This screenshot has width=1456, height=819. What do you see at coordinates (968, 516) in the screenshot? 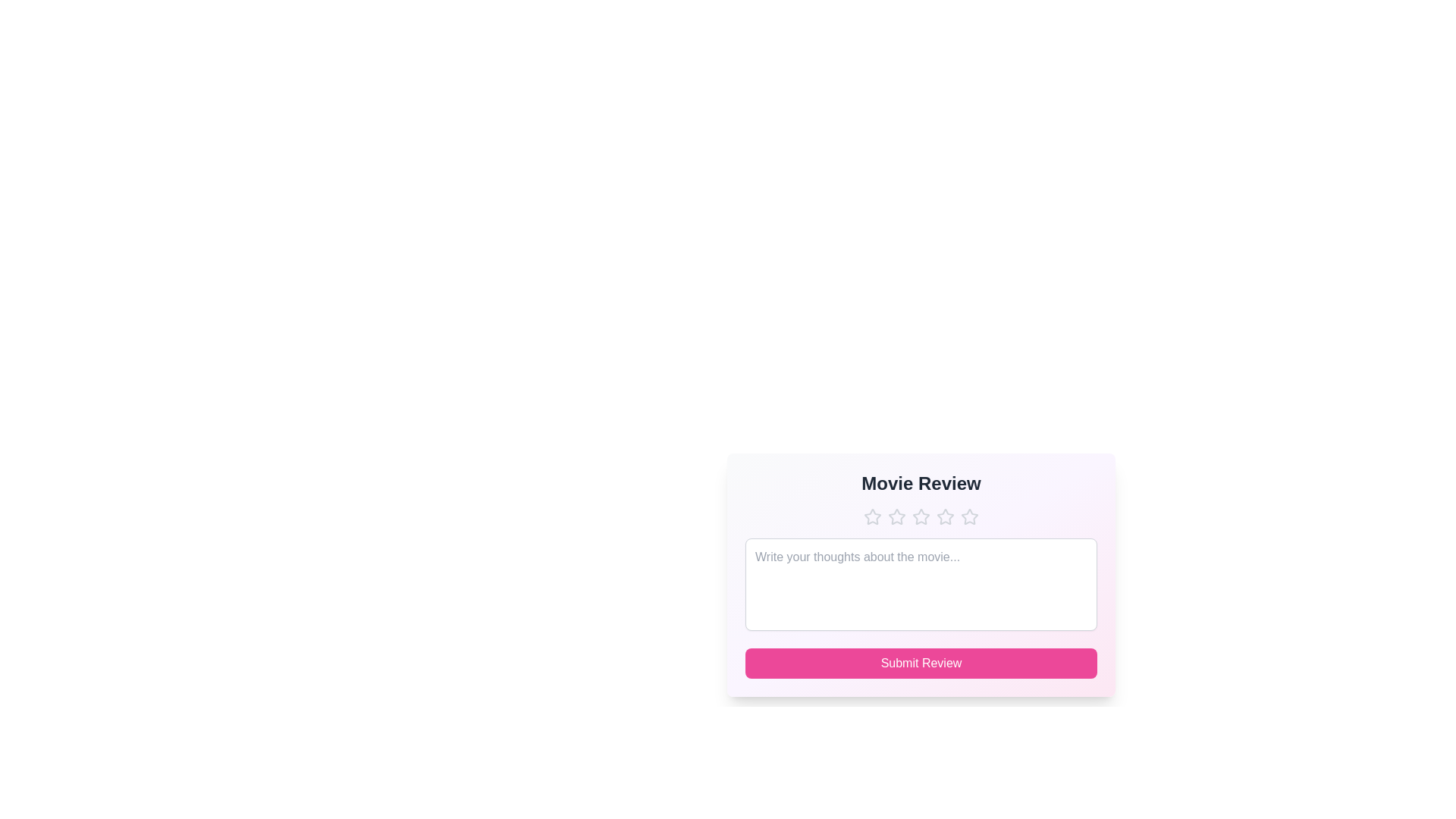
I see `the star icon to set the rating to 5` at bounding box center [968, 516].